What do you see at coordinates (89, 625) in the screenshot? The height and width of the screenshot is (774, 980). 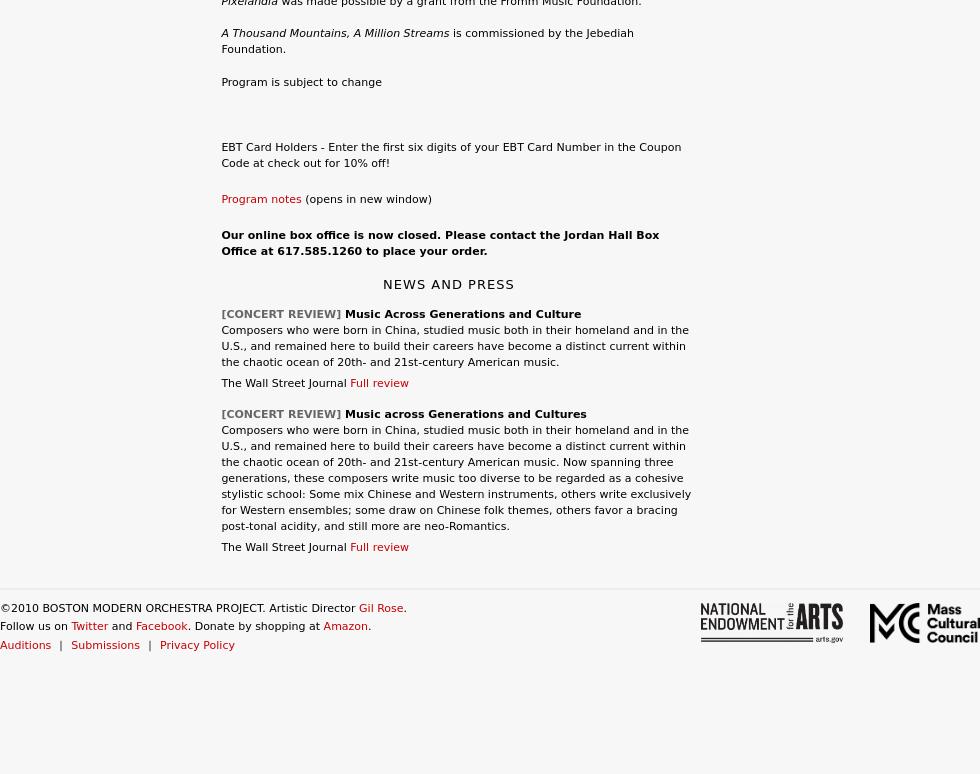 I see `'Twitter'` at bounding box center [89, 625].